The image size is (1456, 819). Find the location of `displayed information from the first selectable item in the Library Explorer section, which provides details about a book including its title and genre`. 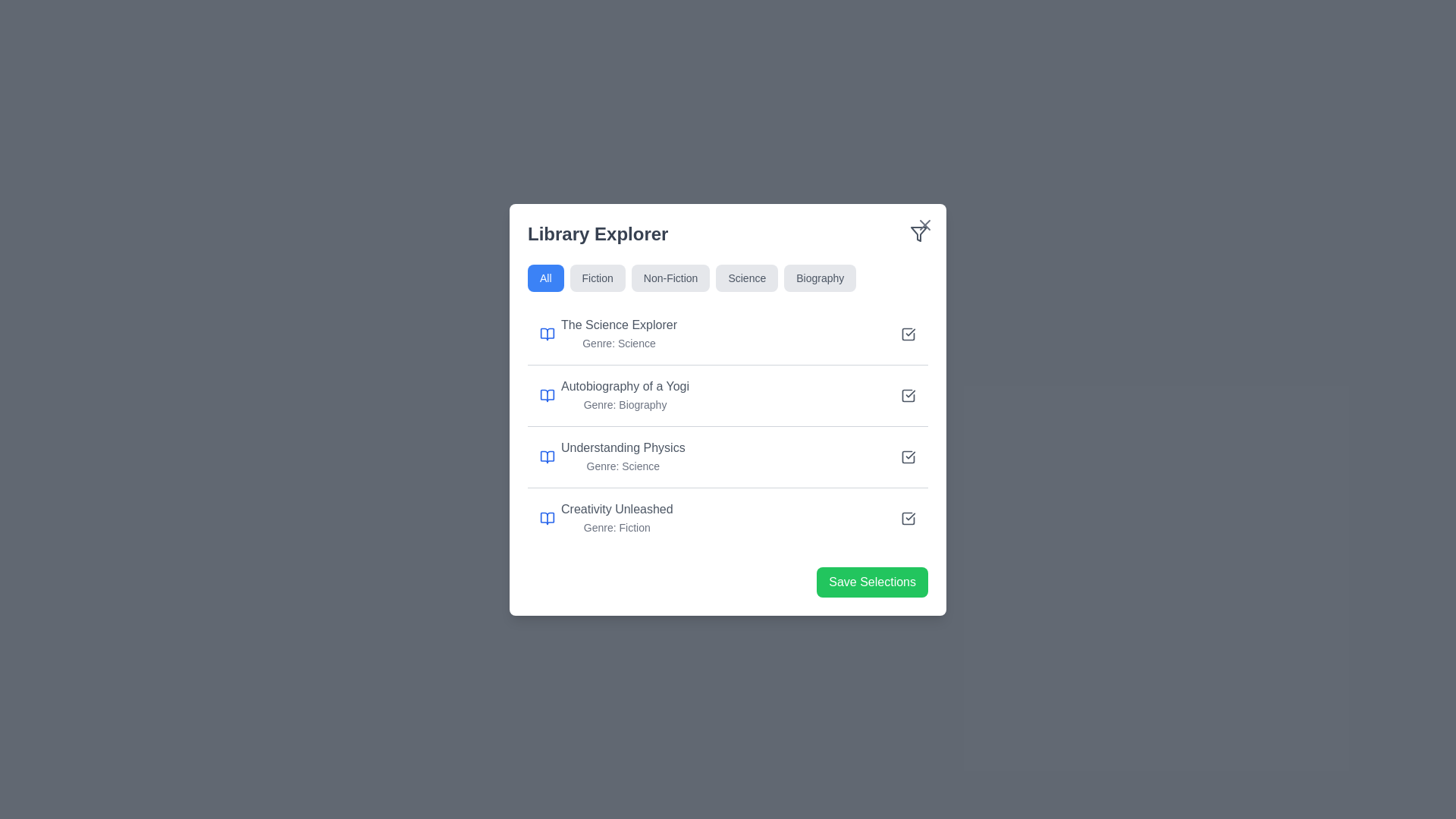

displayed information from the first selectable item in the Library Explorer section, which provides details about a book including its title and genre is located at coordinates (728, 332).